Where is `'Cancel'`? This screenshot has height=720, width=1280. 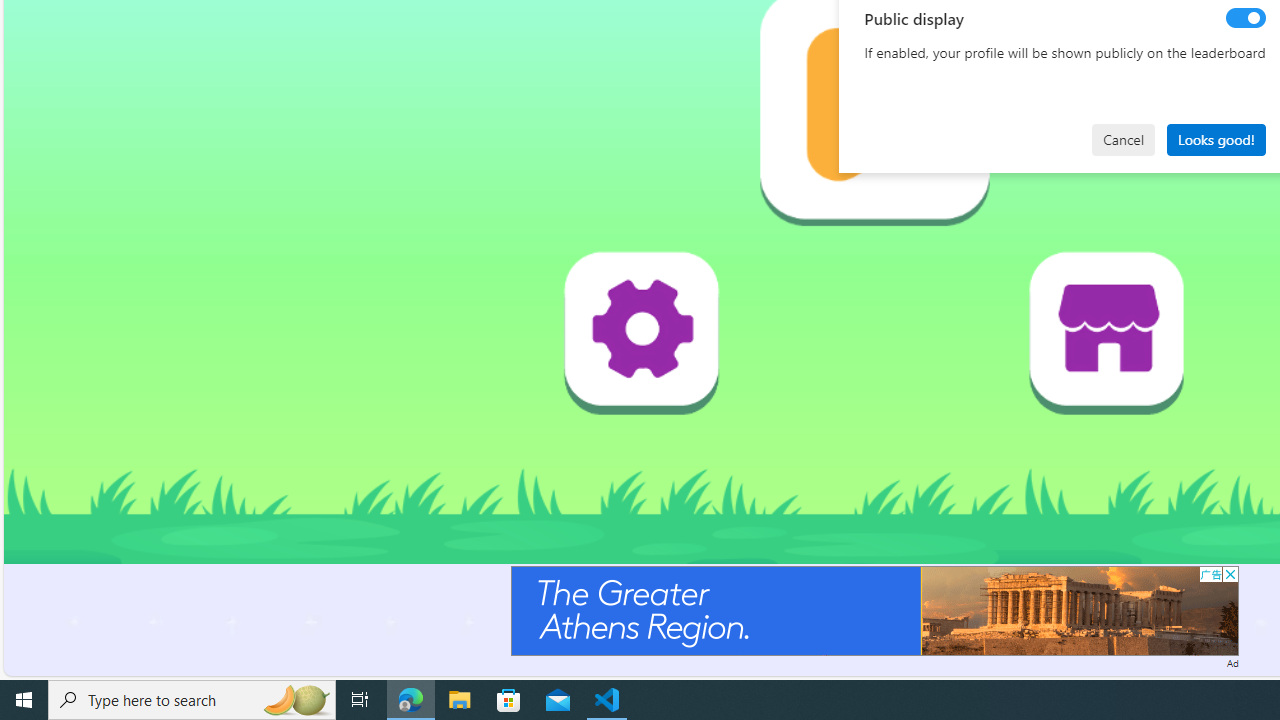 'Cancel' is located at coordinates (1123, 138).